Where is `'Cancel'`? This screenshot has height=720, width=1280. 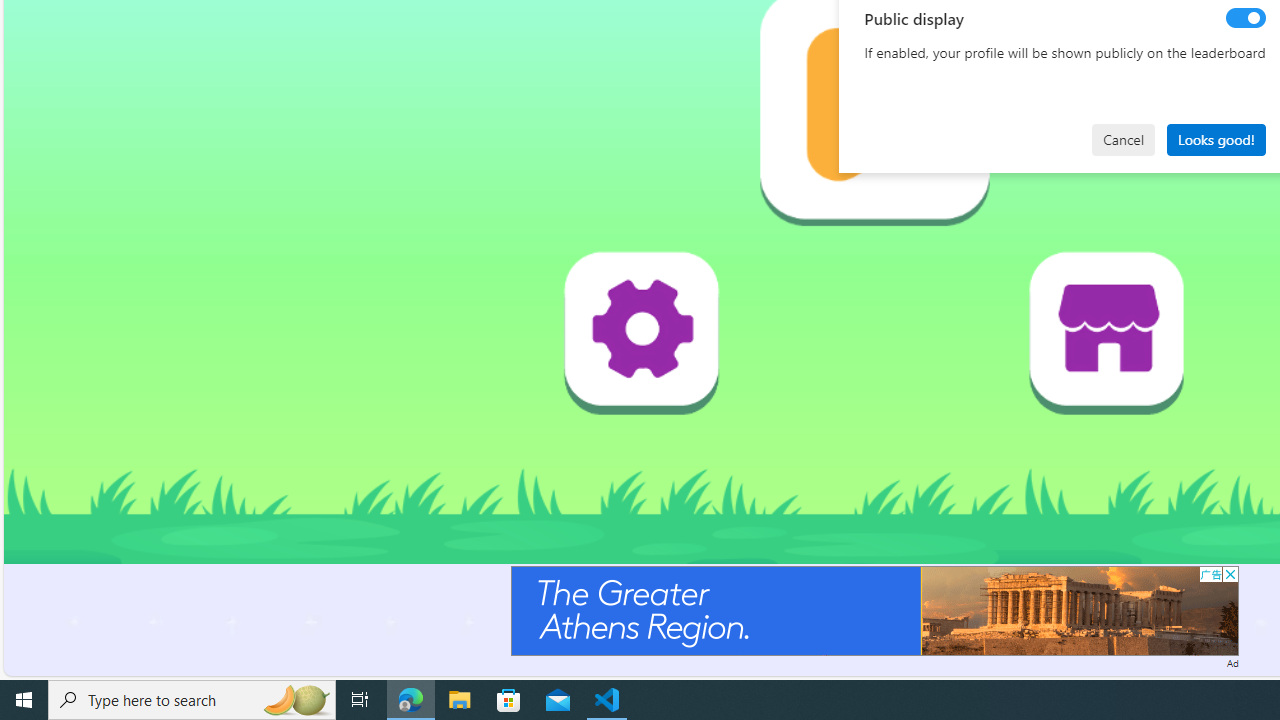 'Cancel' is located at coordinates (1123, 138).